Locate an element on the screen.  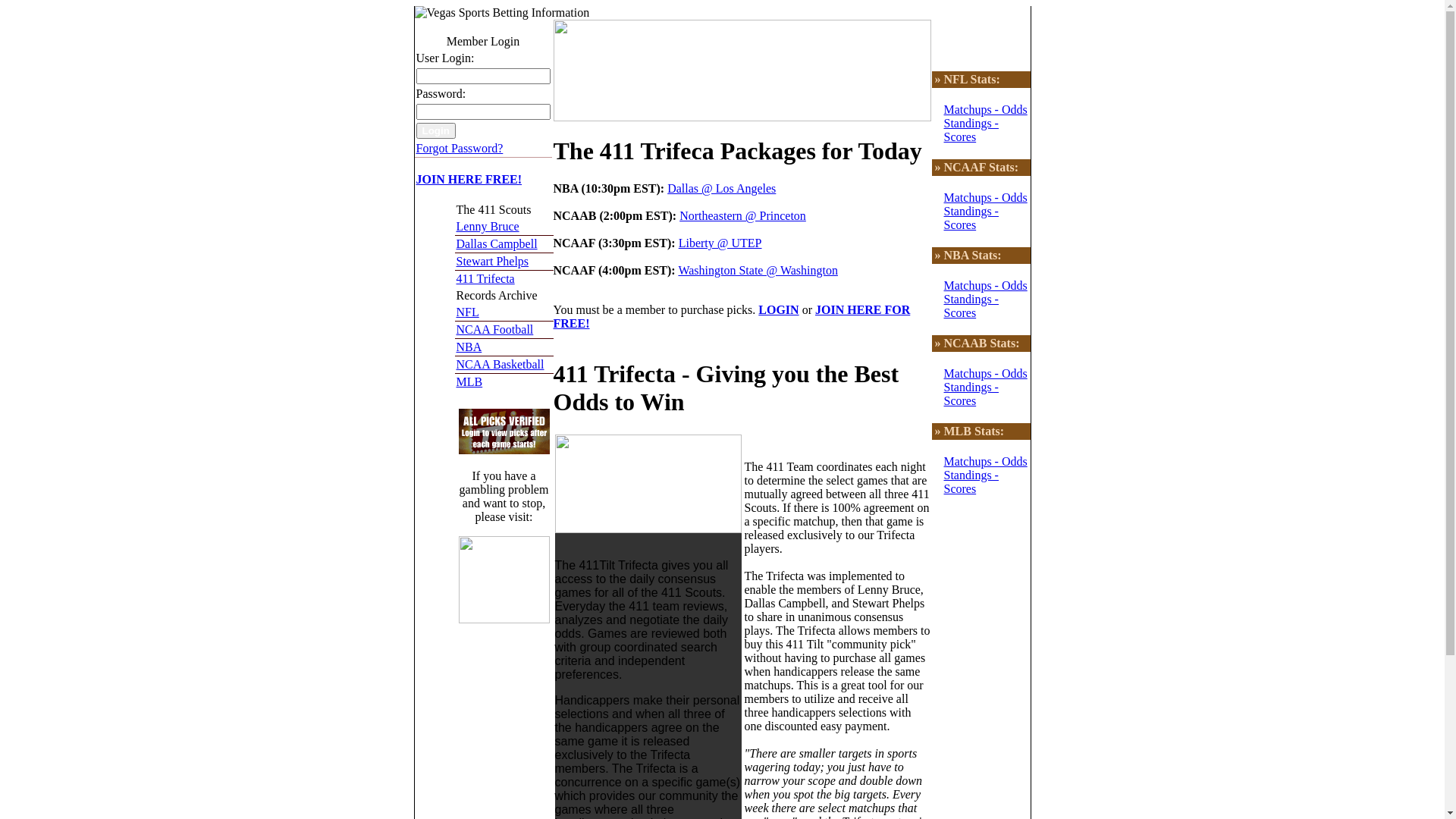
'Matchups - Odds is located at coordinates (985, 211).